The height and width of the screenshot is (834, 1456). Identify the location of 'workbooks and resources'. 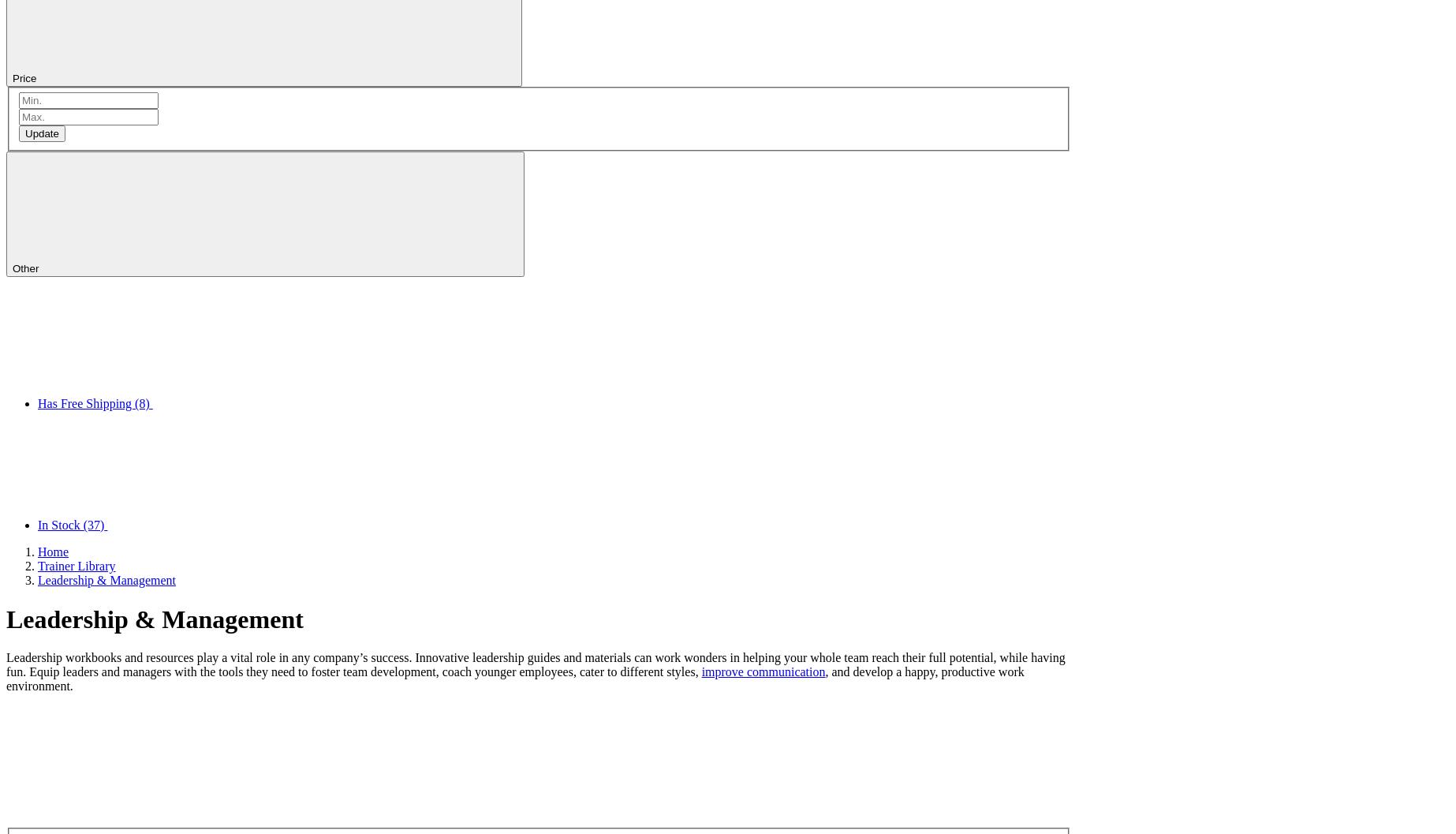
(129, 656).